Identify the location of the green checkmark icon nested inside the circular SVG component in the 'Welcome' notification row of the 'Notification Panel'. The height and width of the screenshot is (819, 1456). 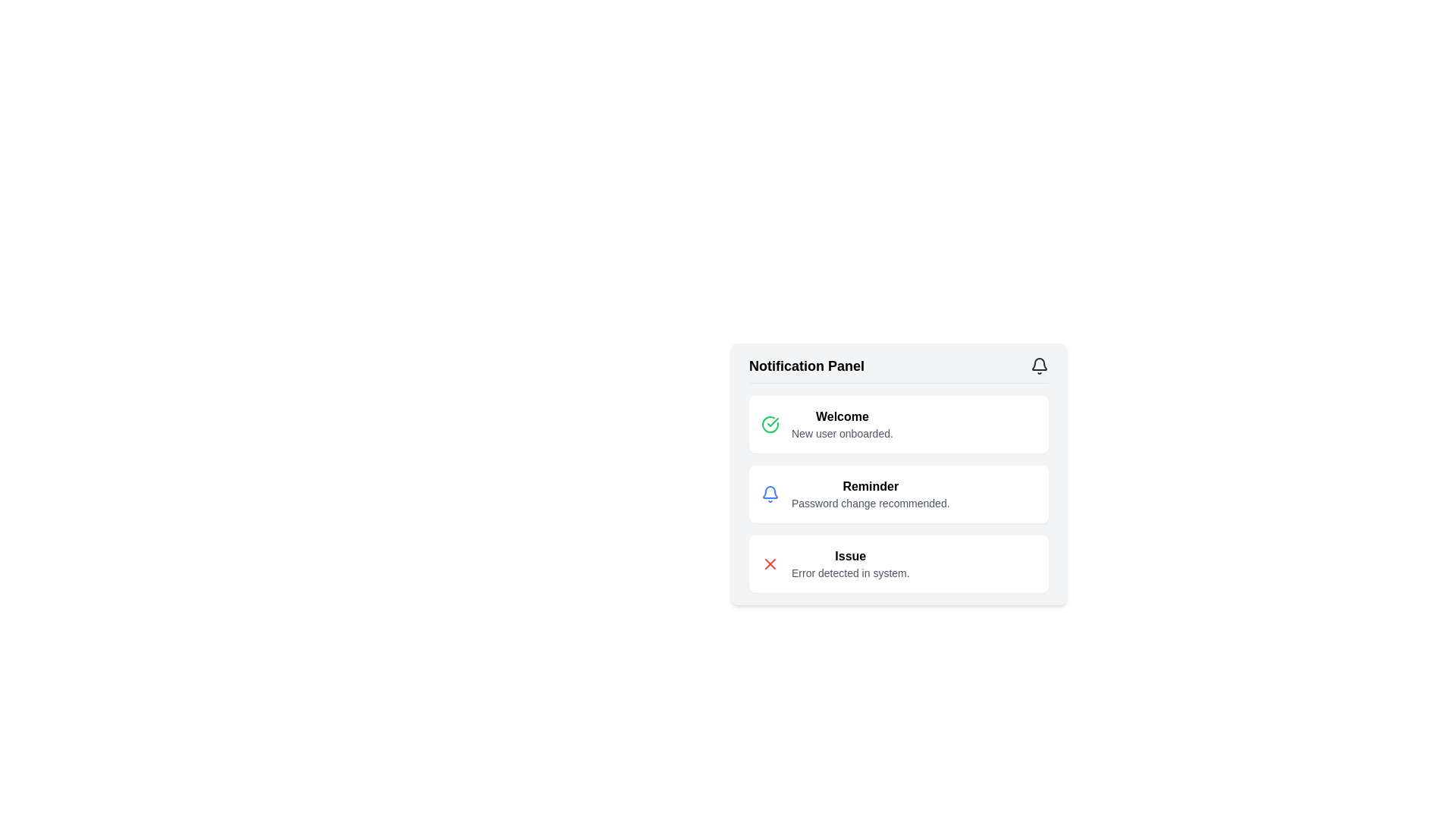
(773, 422).